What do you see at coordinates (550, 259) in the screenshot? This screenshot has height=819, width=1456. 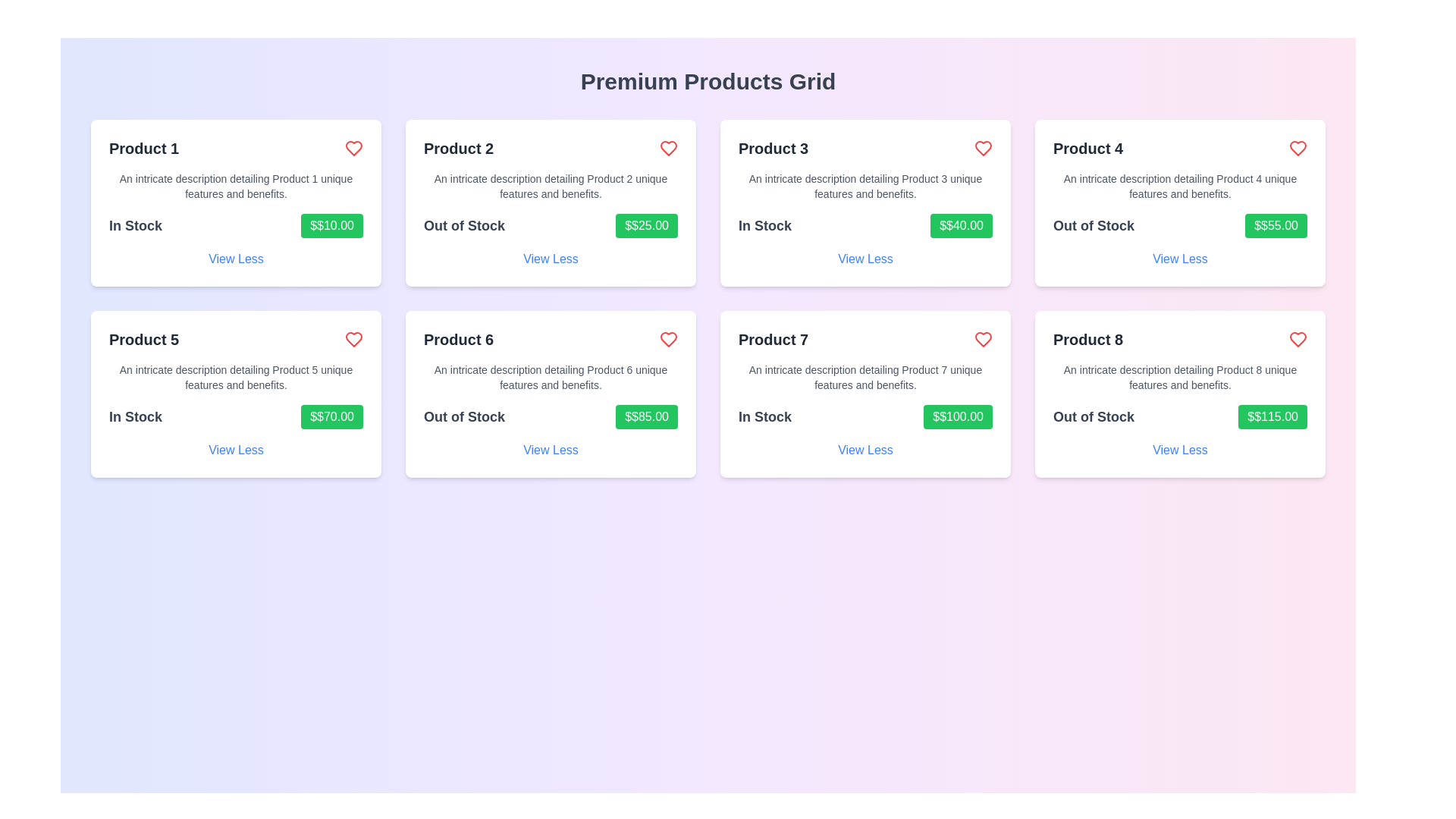 I see `the blue-colored hyperlink styled with an underline that displays the text 'View Less'` at bounding box center [550, 259].